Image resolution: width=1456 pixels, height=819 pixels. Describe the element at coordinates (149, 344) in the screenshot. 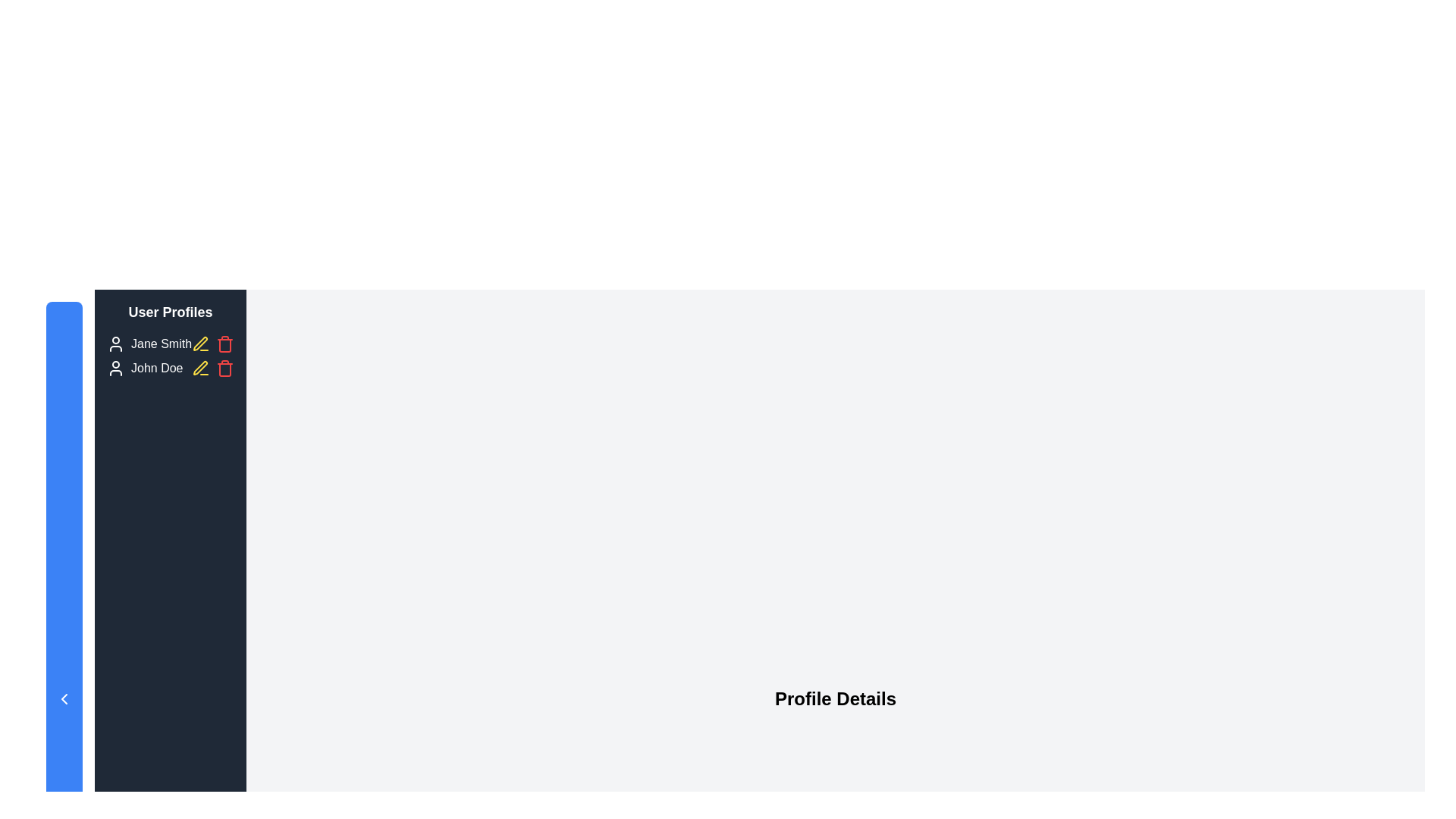

I see `the text label displaying 'Jane Smith'` at that location.